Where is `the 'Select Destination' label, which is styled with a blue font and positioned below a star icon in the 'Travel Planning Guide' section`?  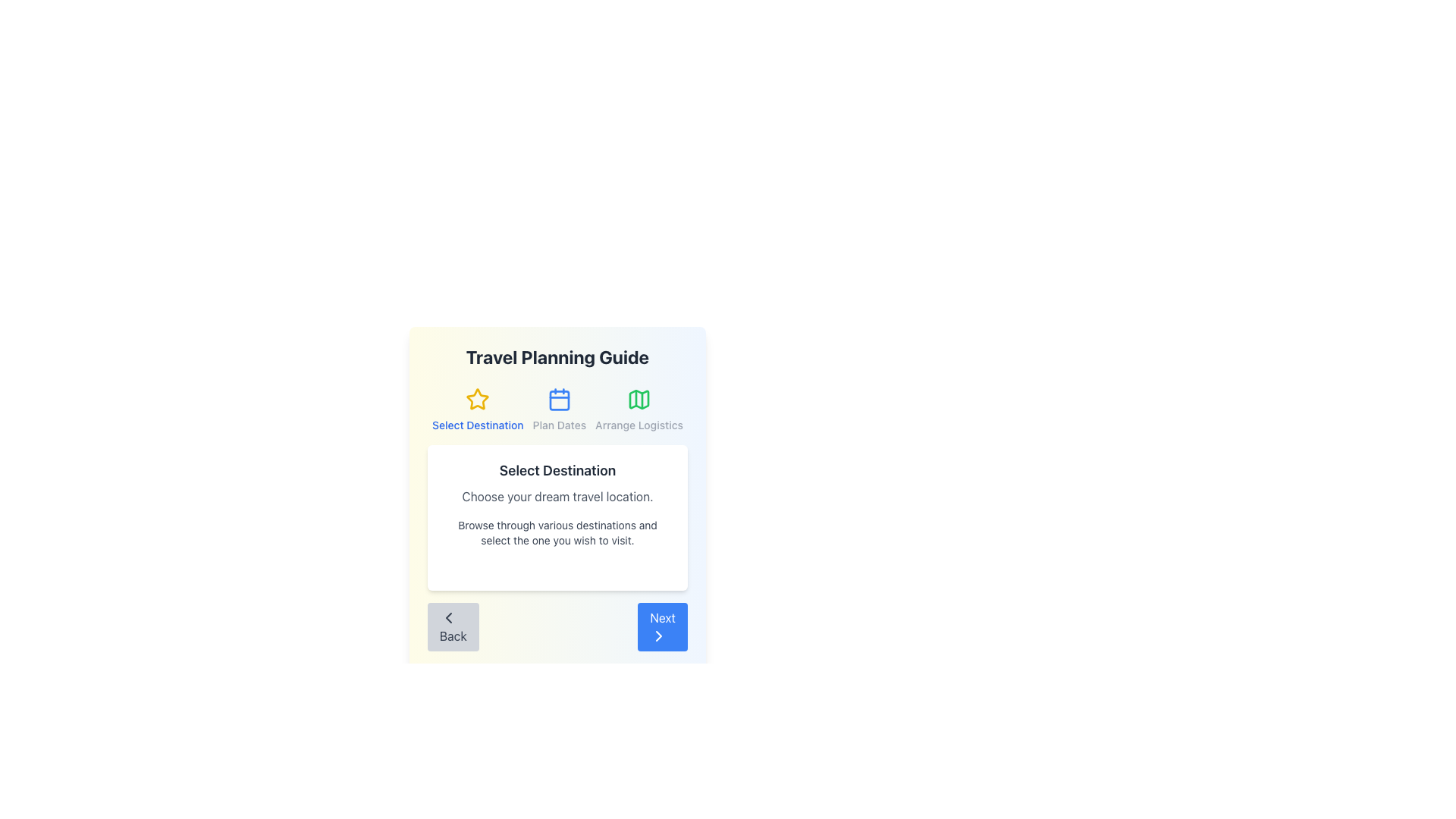
the 'Select Destination' label, which is styled with a blue font and positioned below a star icon in the 'Travel Planning Guide' section is located at coordinates (477, 425).